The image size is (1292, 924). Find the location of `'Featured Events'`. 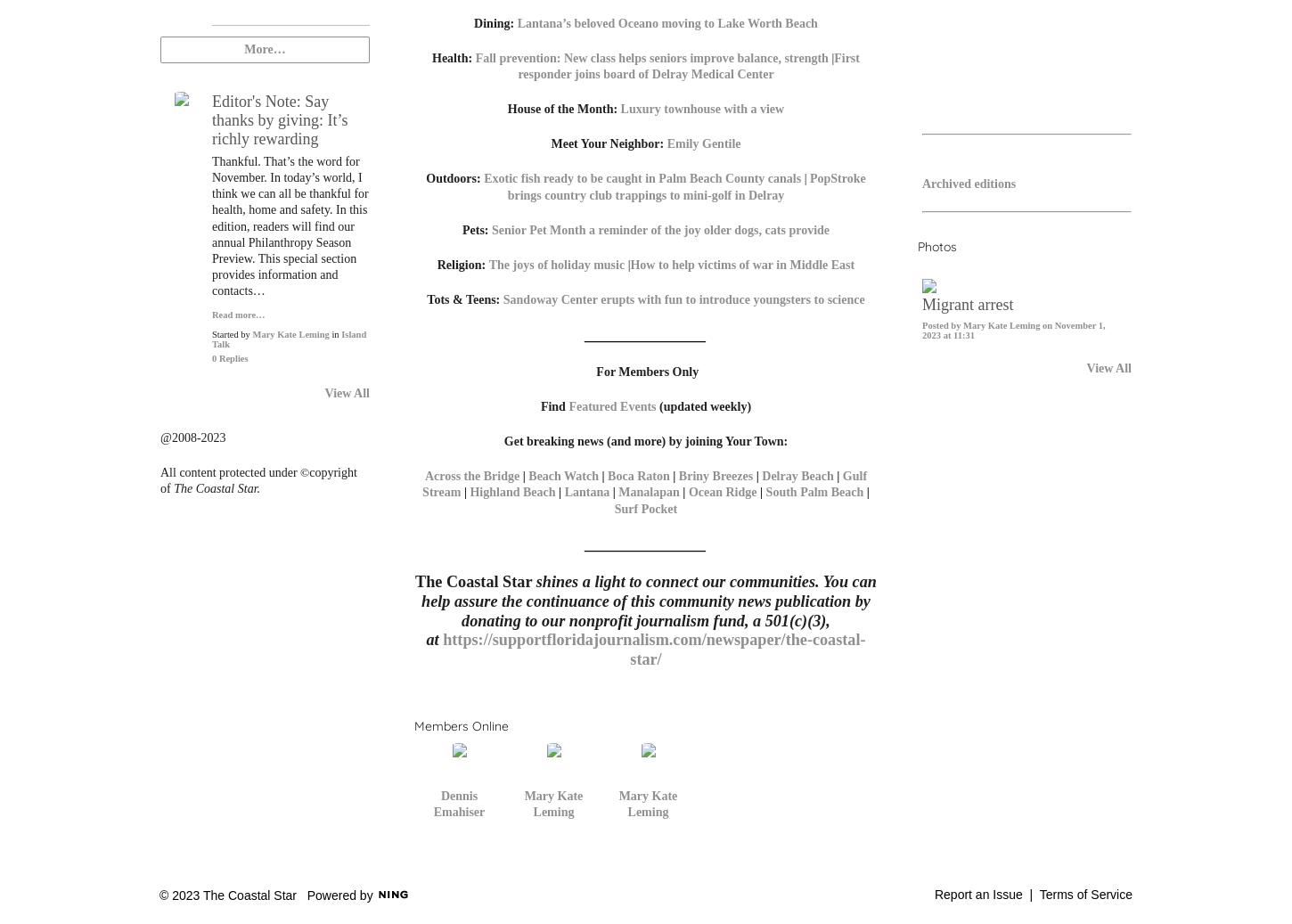

'Featured Events' is located at coordinates (611, 405).